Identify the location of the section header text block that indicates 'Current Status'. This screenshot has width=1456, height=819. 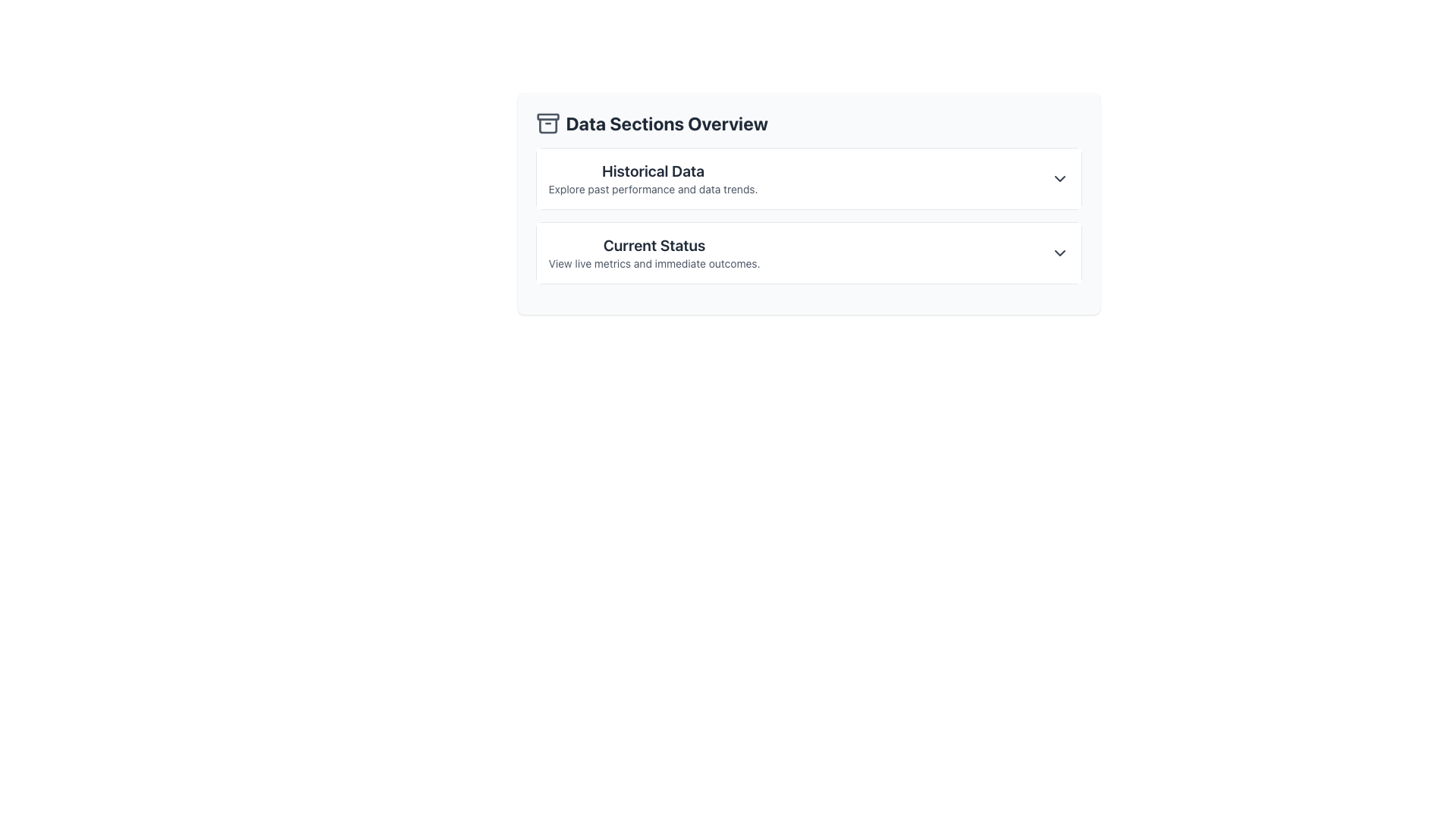
(654, 253).